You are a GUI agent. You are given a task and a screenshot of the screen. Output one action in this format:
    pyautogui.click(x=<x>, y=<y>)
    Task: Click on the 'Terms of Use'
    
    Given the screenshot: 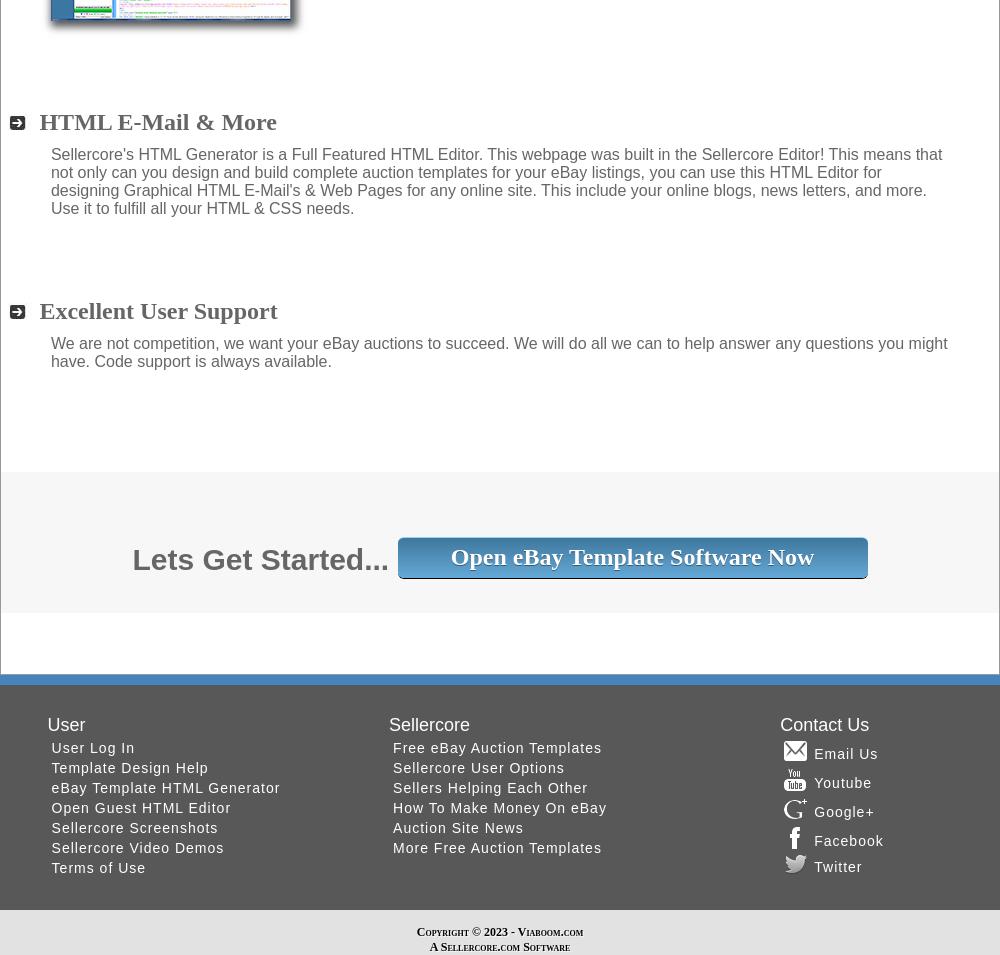 What is the action you would take?
    pyautogui.click(x=97, y=867)
    